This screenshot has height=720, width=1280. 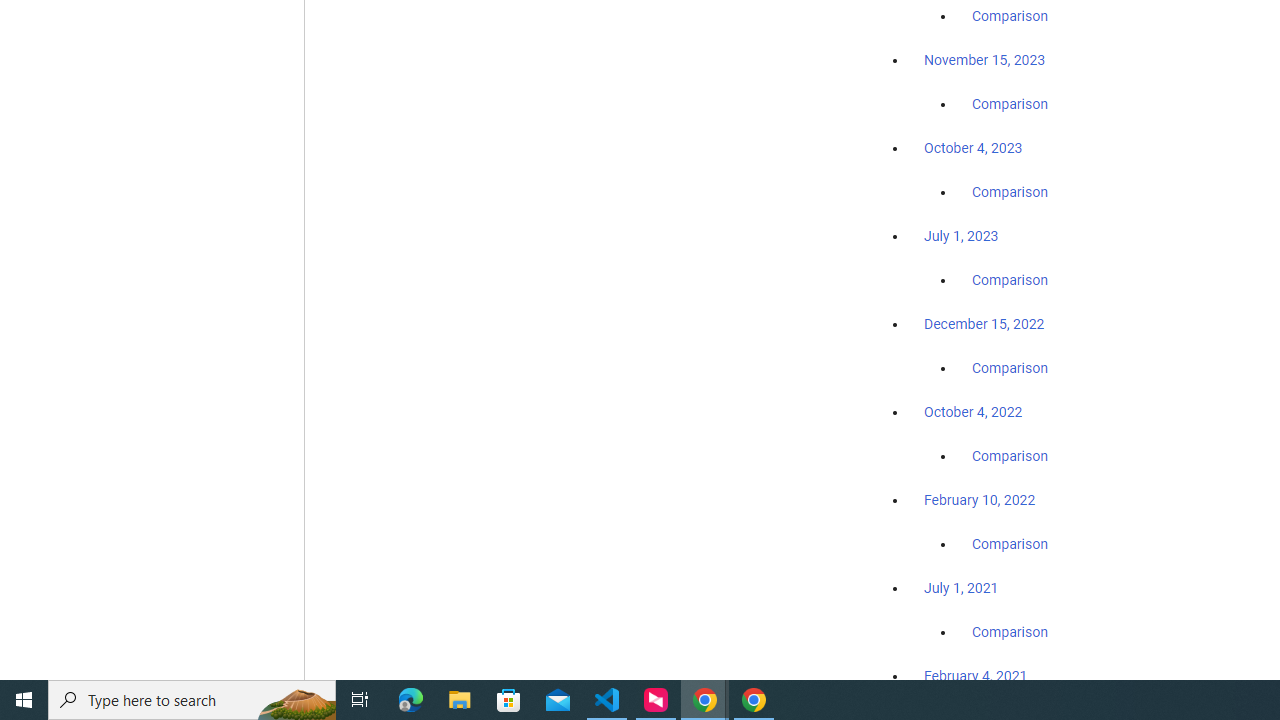 What do you see at coordinates (979, 499) in the screenshot?
I see `'February 10, 2022'` at bounding box center [979, 499].